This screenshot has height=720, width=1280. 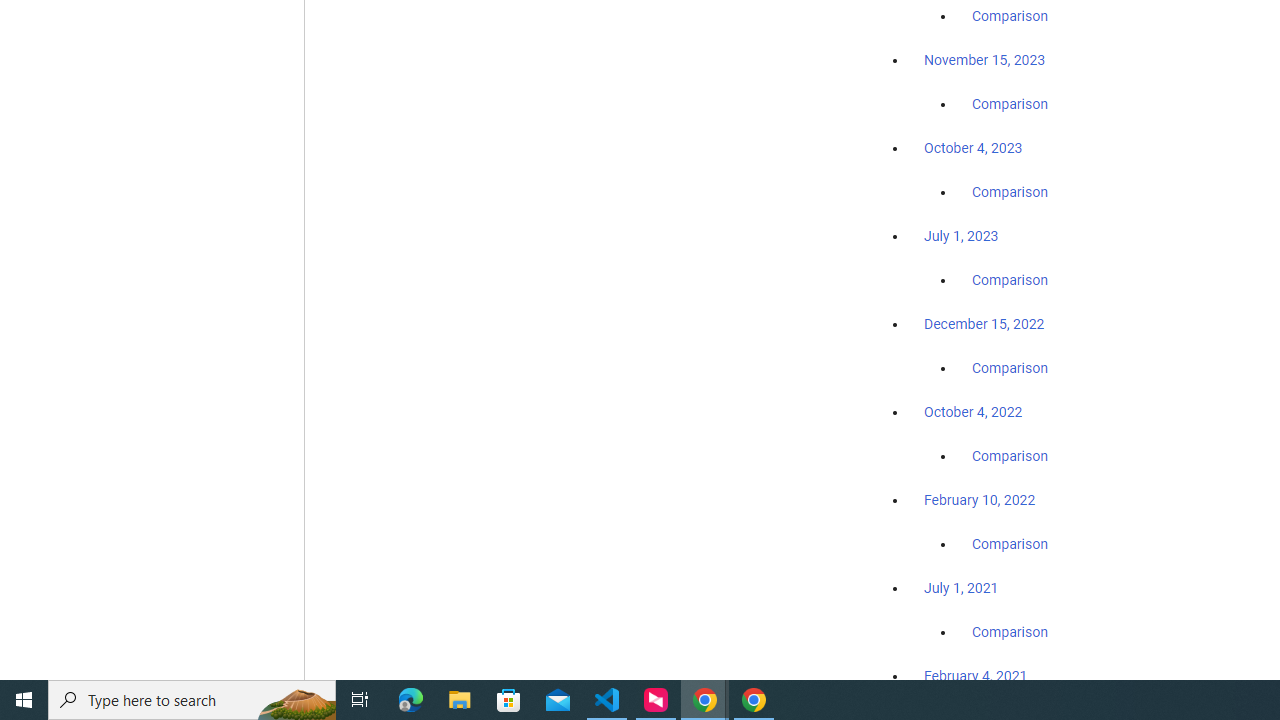 What do you see at coordinates (979, 499) in the screenshot?
I see `'February 10, 2022'` at bounding box center [979, 499].